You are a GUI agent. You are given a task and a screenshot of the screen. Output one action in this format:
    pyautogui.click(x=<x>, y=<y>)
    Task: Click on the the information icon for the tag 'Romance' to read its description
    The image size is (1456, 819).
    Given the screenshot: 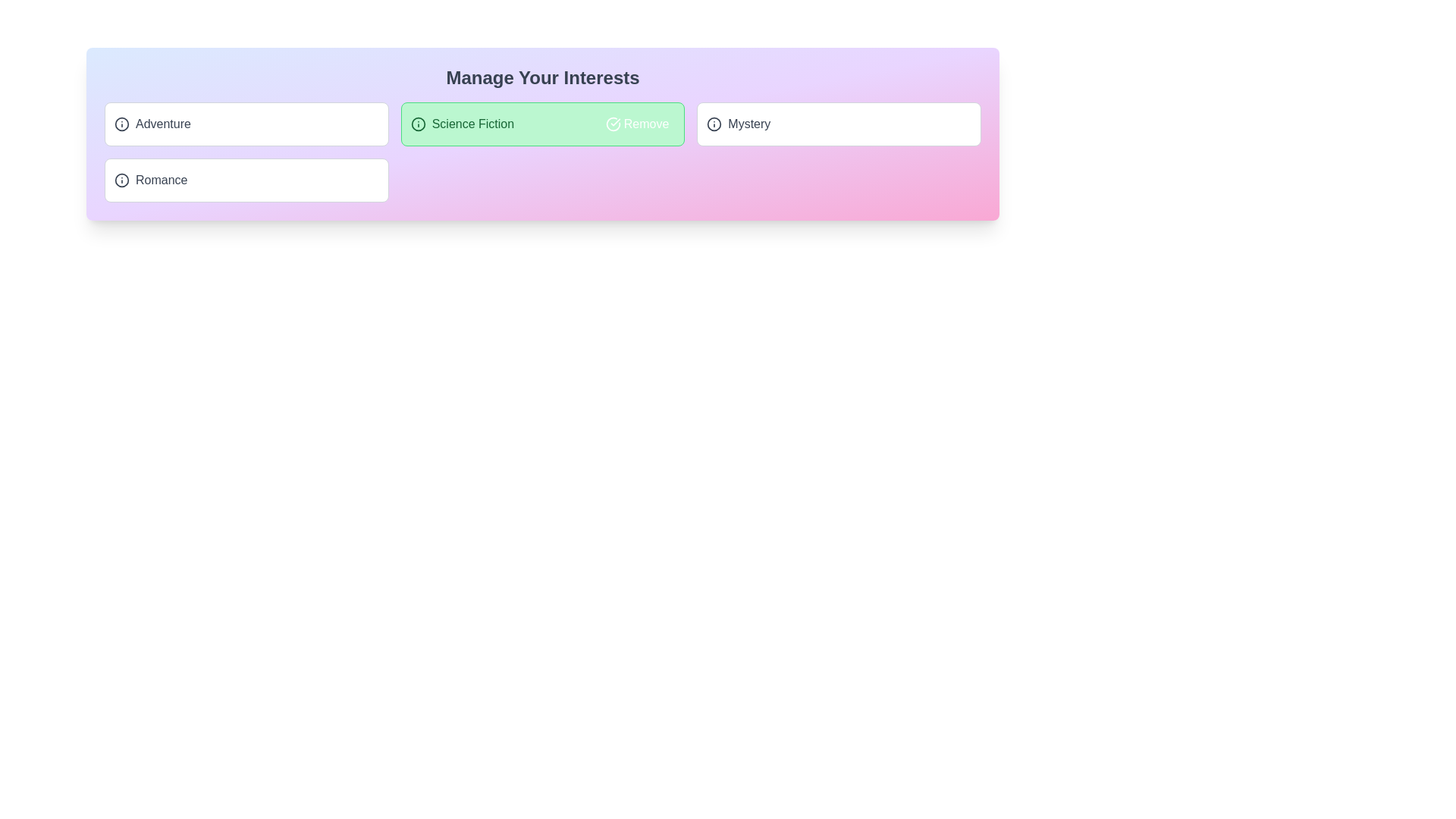 What is the action you would take?
    pyautogui.click(x=122, y=180)
    